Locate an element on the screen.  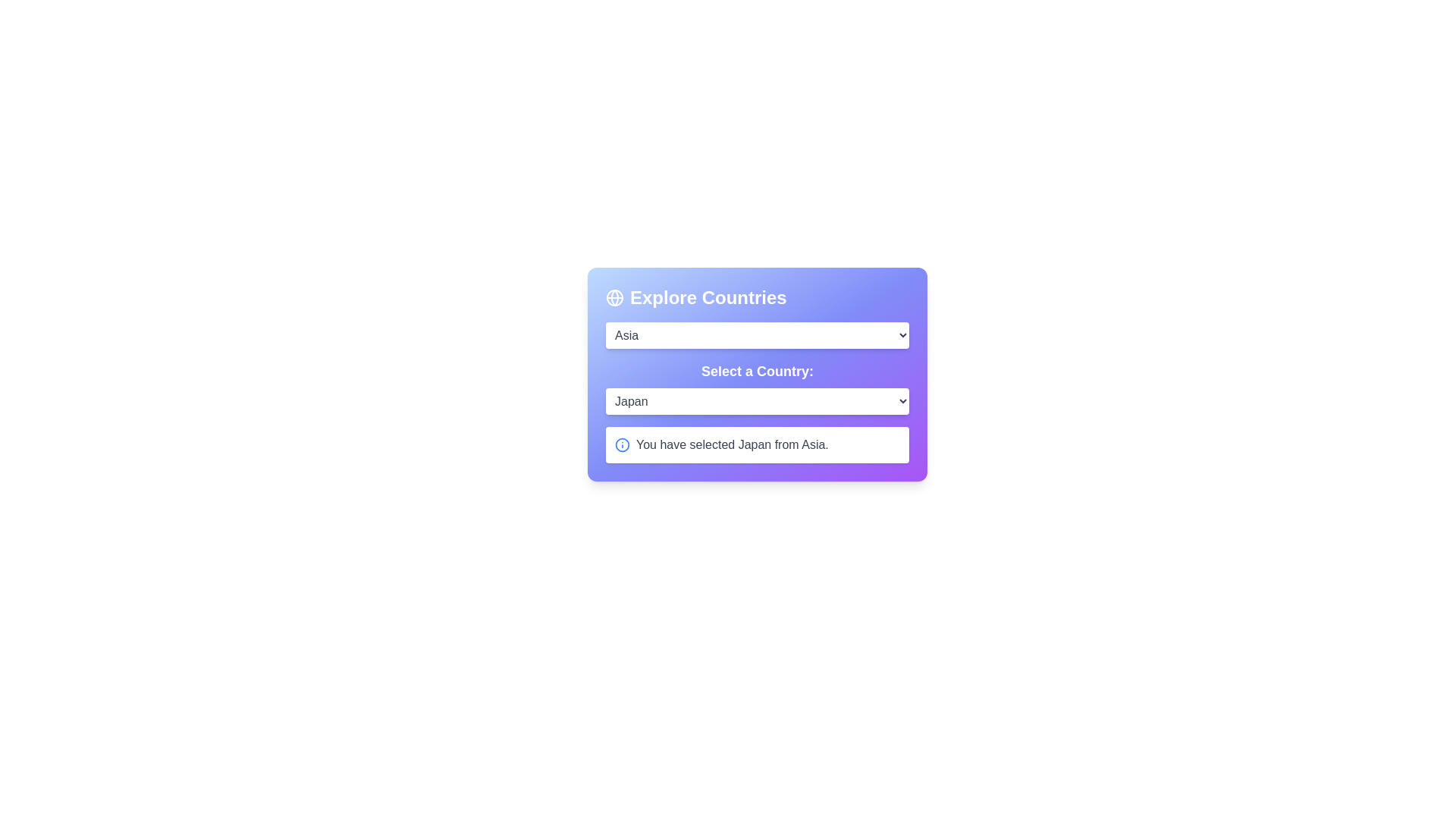
the continent Asia from the dropdown menu is located at coordinates (757, 334).